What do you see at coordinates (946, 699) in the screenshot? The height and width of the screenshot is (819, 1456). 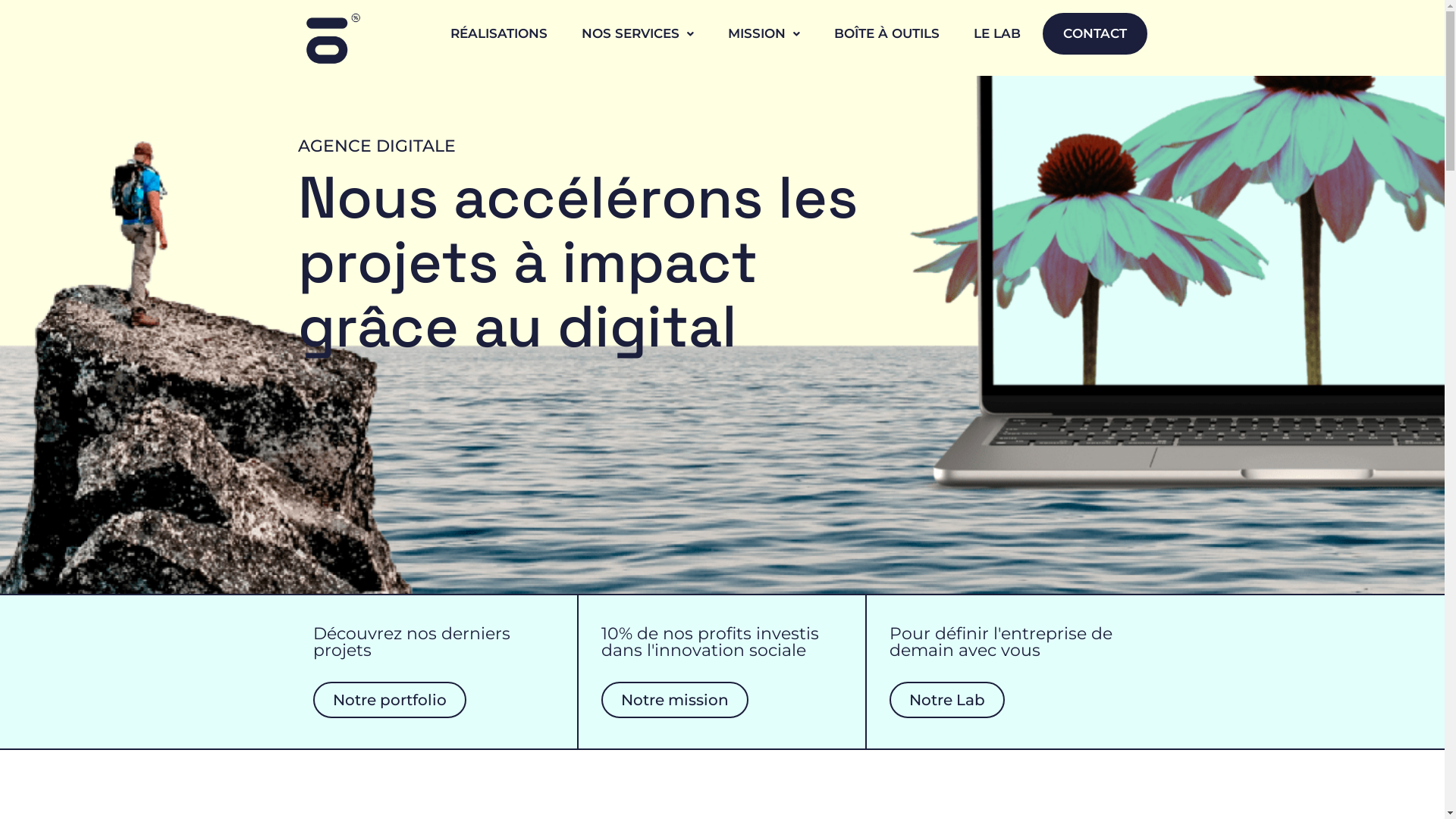 I see `'Notre Lab'` at bounding box center [946, 699].